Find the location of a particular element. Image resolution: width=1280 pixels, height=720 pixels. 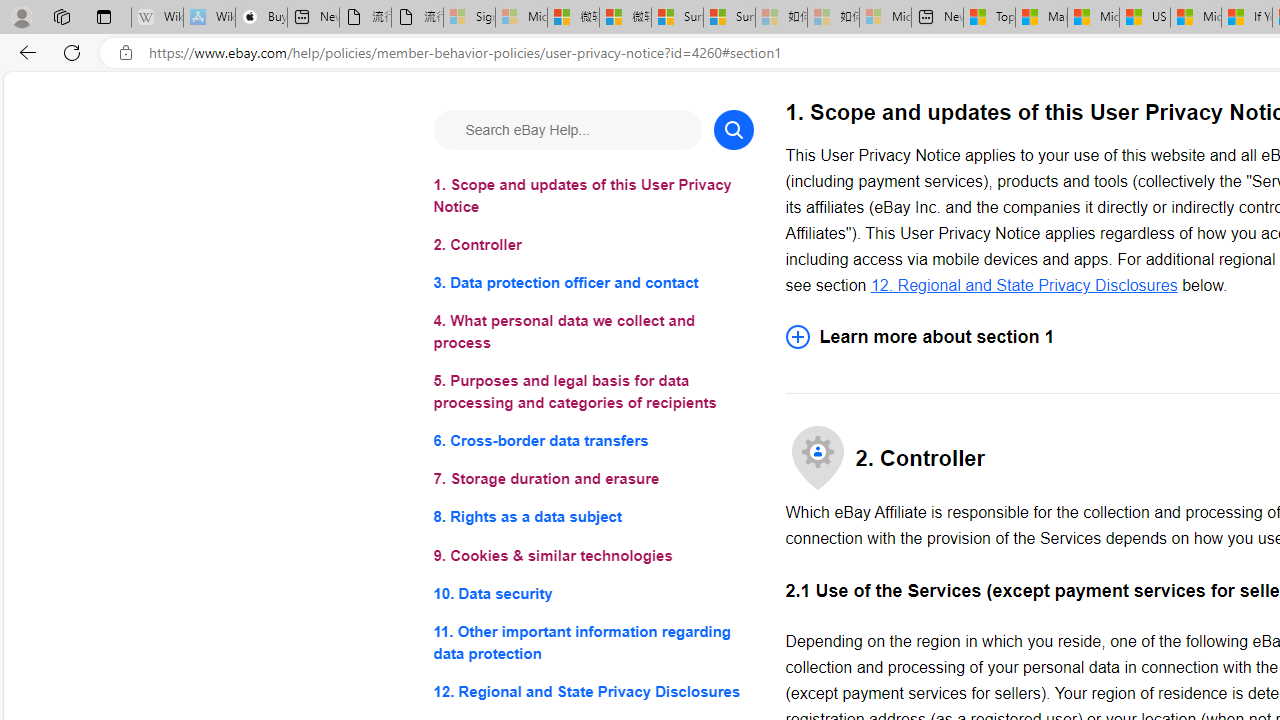

'Microsoft account | Account Checkup - Sleeping' is located at coordinates (884, 17).